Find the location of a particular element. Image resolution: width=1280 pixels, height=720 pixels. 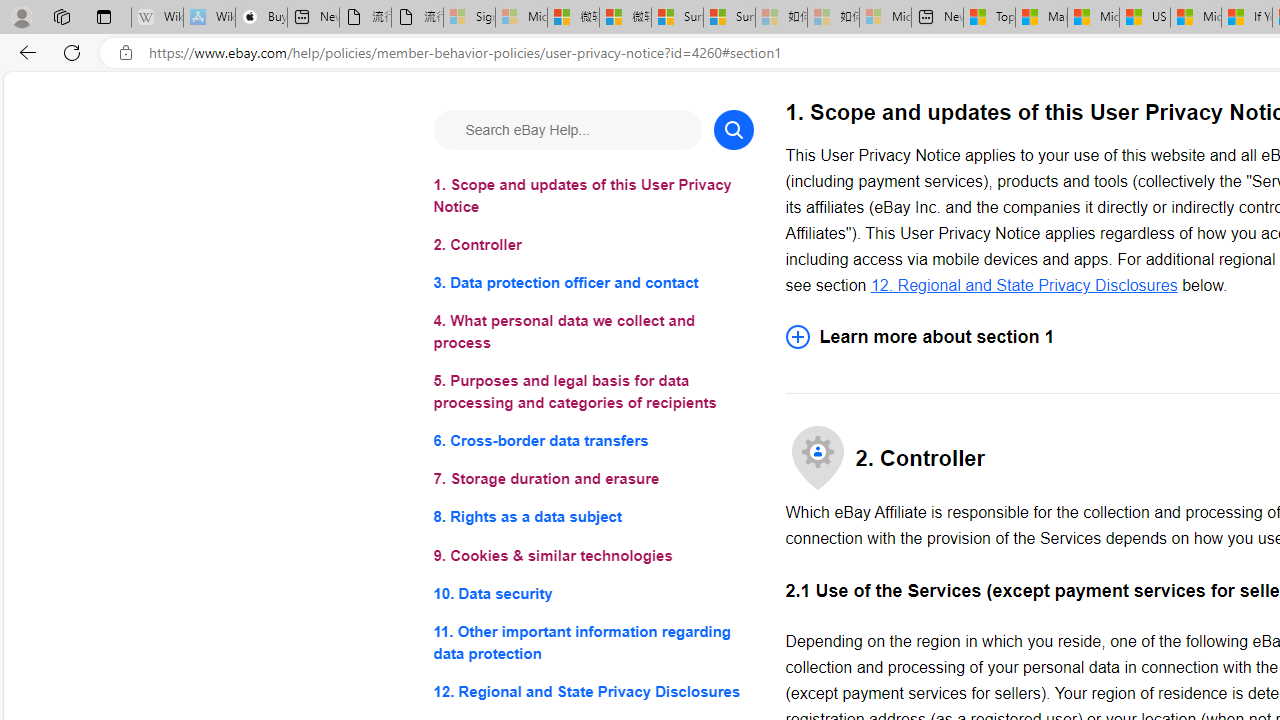

'Microsoft account | Account Checkup - Sleeping' is located at coordinates (884, 17).